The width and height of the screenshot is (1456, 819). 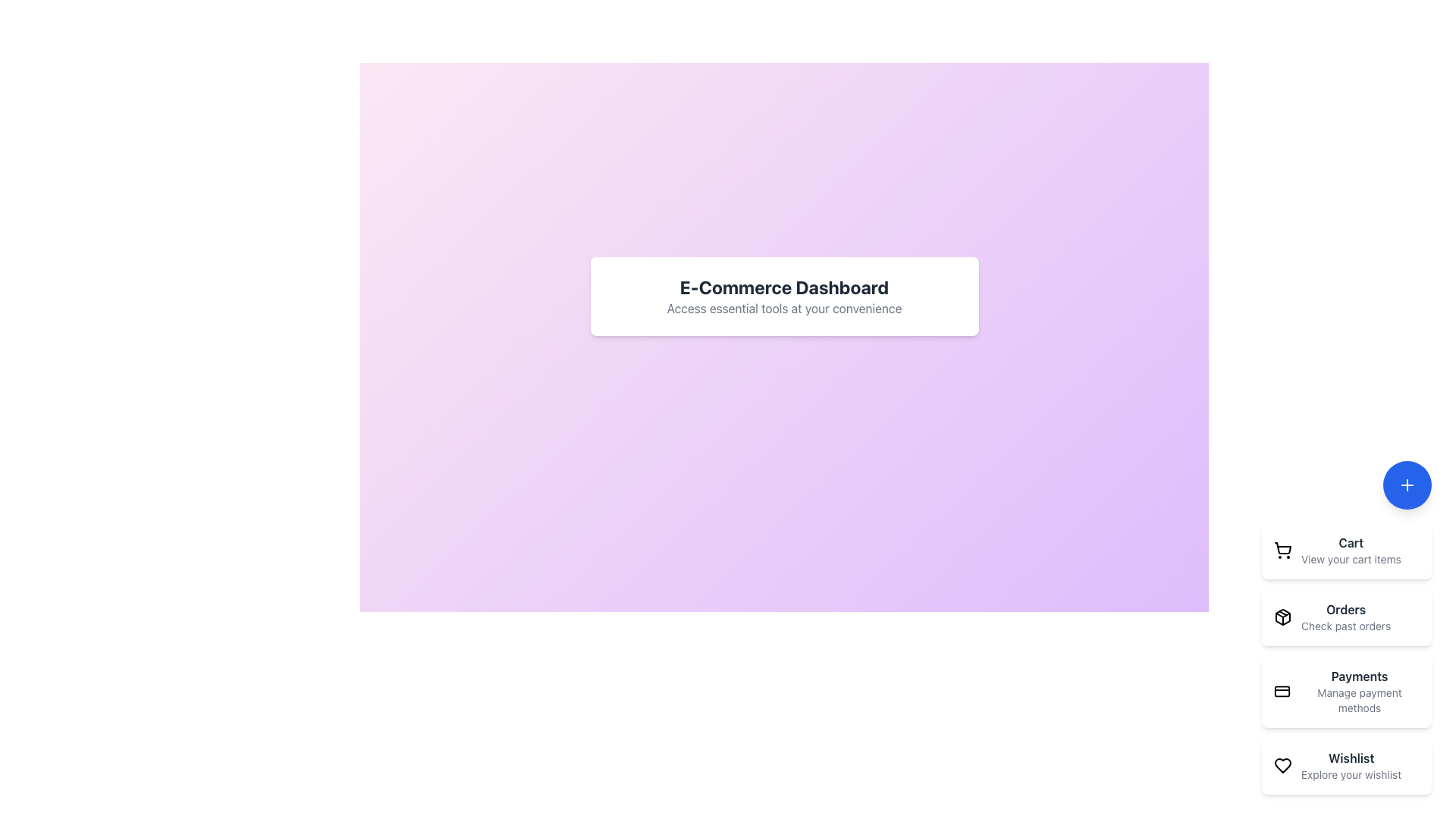 I want to click on the cart icon located at the top right corner of the vertical list of options, so click(x=1282, y=550).